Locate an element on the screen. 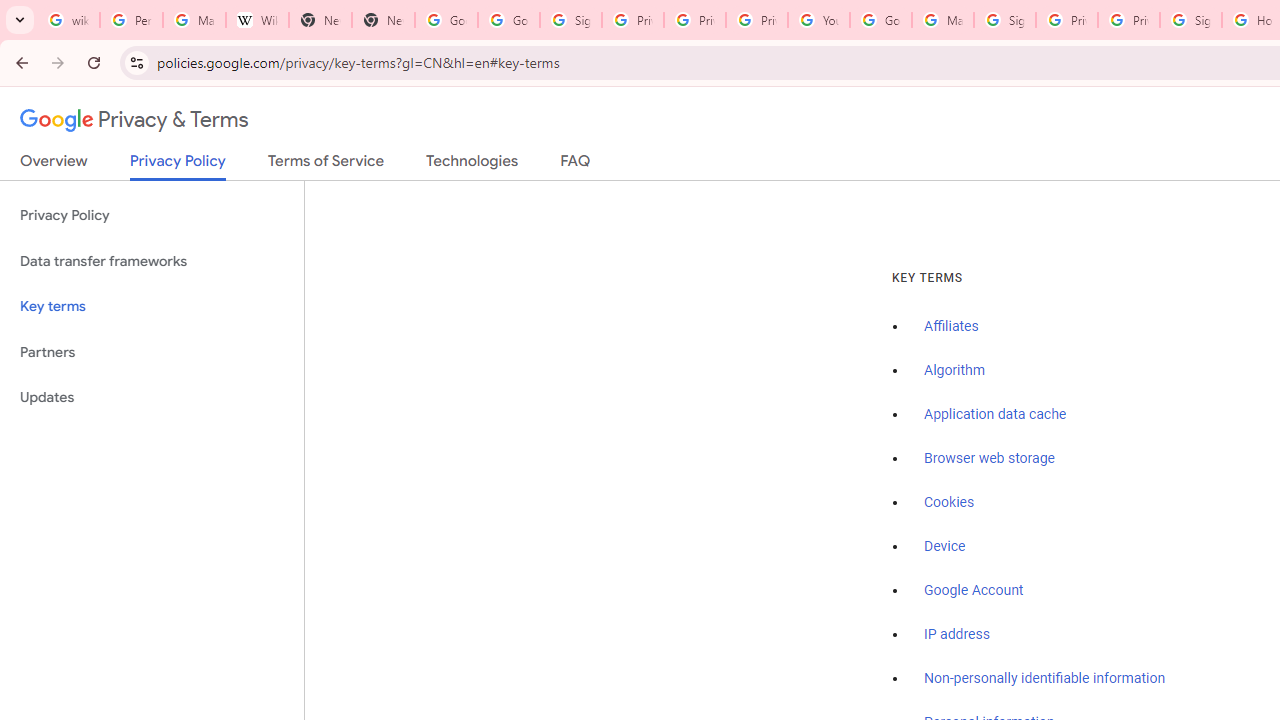 The image size is (1280, 720). 'Non-personally identifiable information' is located at coordinates (1044, 678).